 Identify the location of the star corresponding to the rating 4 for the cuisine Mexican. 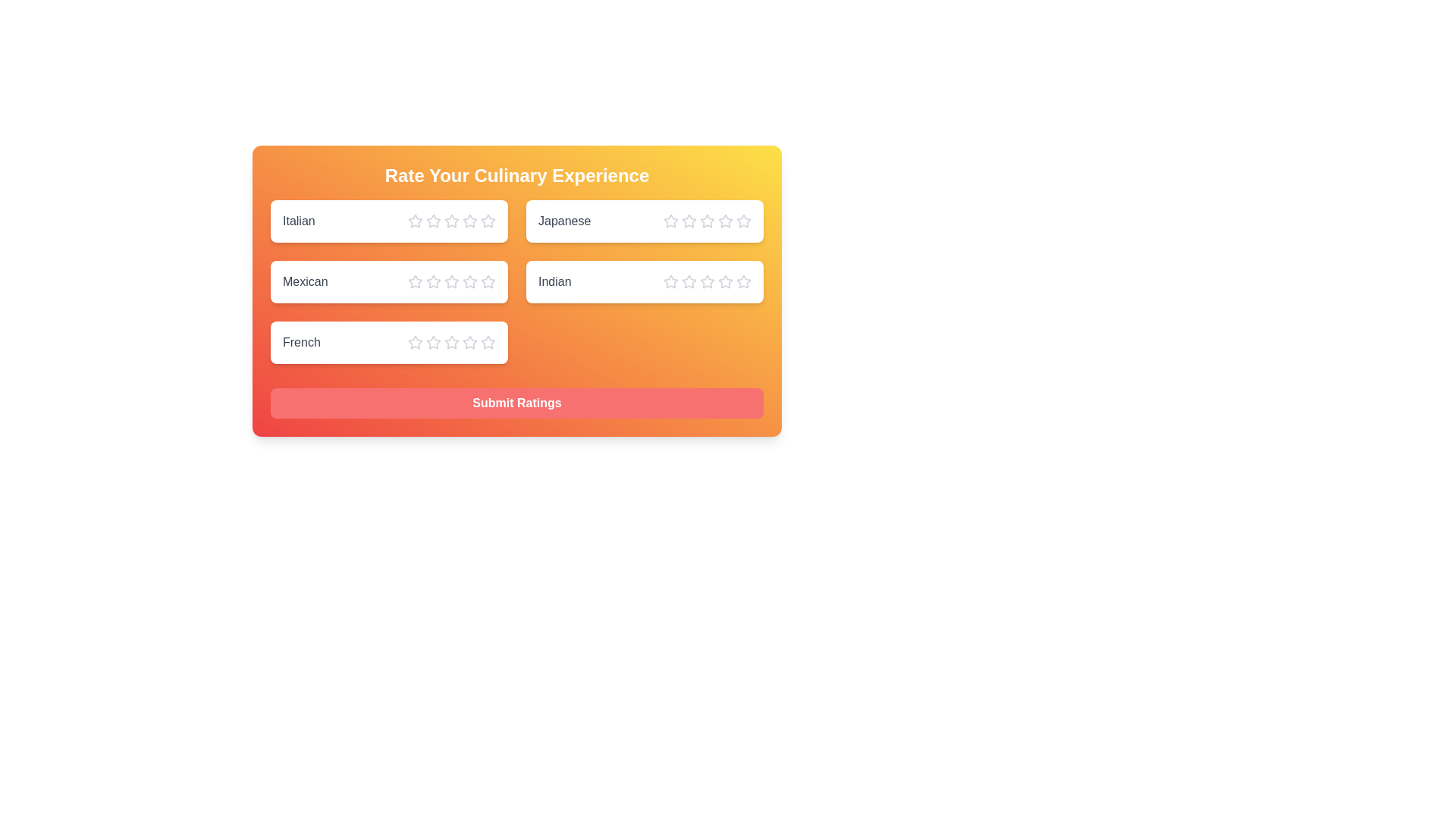
(469, 281).